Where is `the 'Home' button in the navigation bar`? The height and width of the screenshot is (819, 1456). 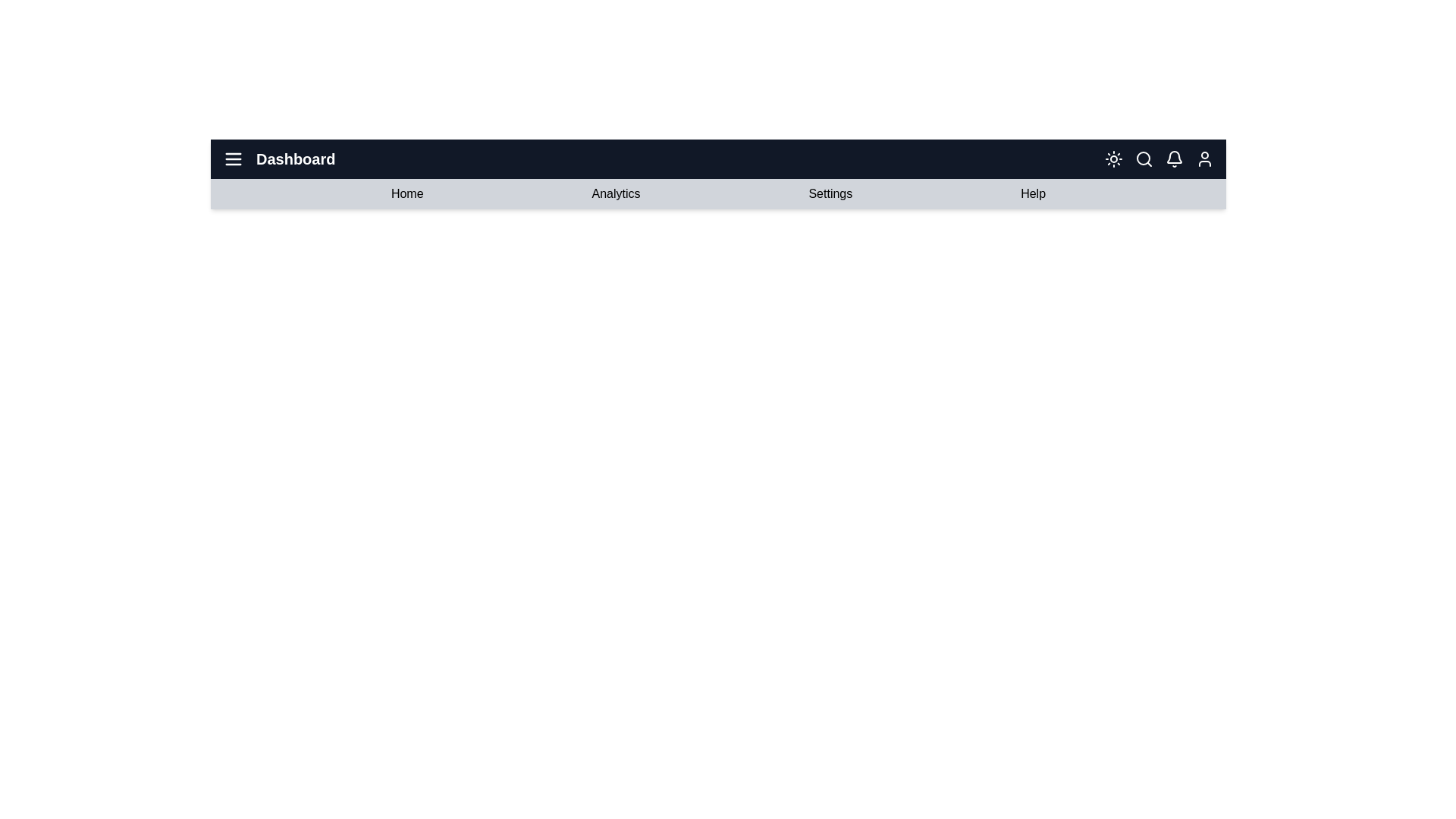
the 'Home' button in the navigation bar is located at coordinates (407, 193).